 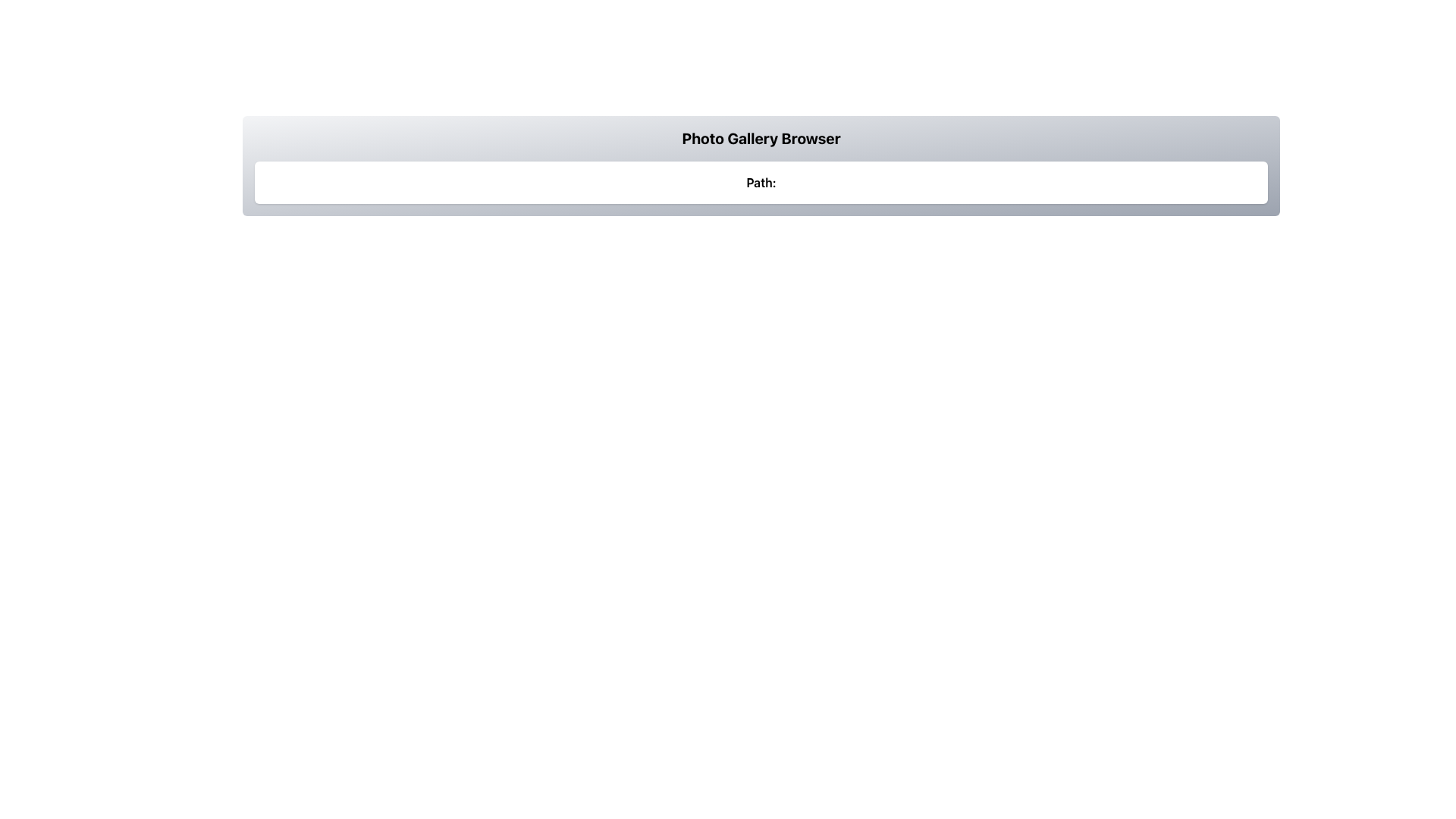 What do you see at coordinates (761, 138) in the screenshot?
I see `text label 'Photo Gallery Browser' which is prominently styled in bold and large font, located at the top of the gradient-background card layout` at bounding box center [761, 138].